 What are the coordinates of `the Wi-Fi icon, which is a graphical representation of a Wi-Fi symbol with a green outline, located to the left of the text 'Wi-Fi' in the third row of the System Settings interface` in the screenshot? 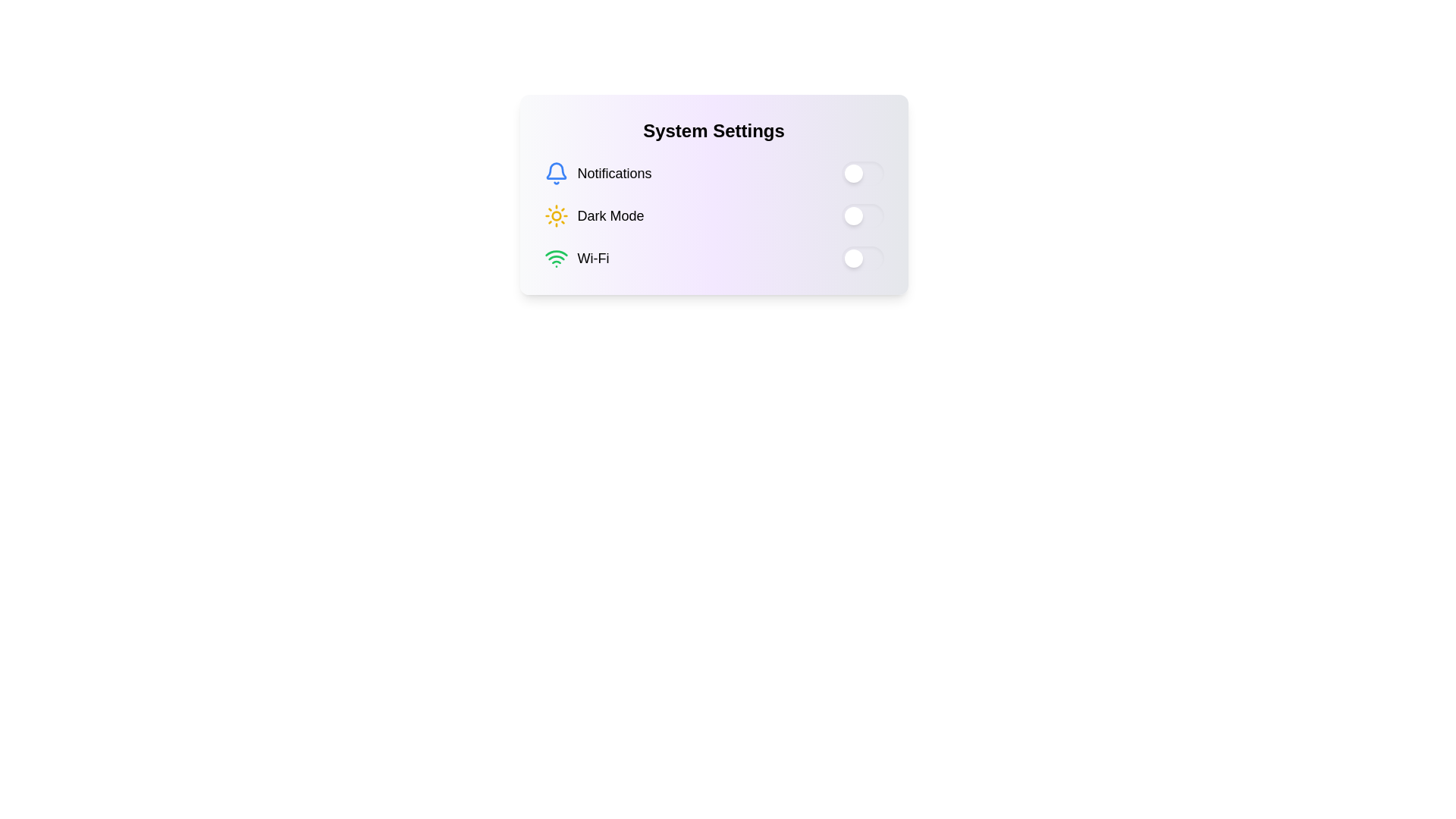 It's located at (555, 257).